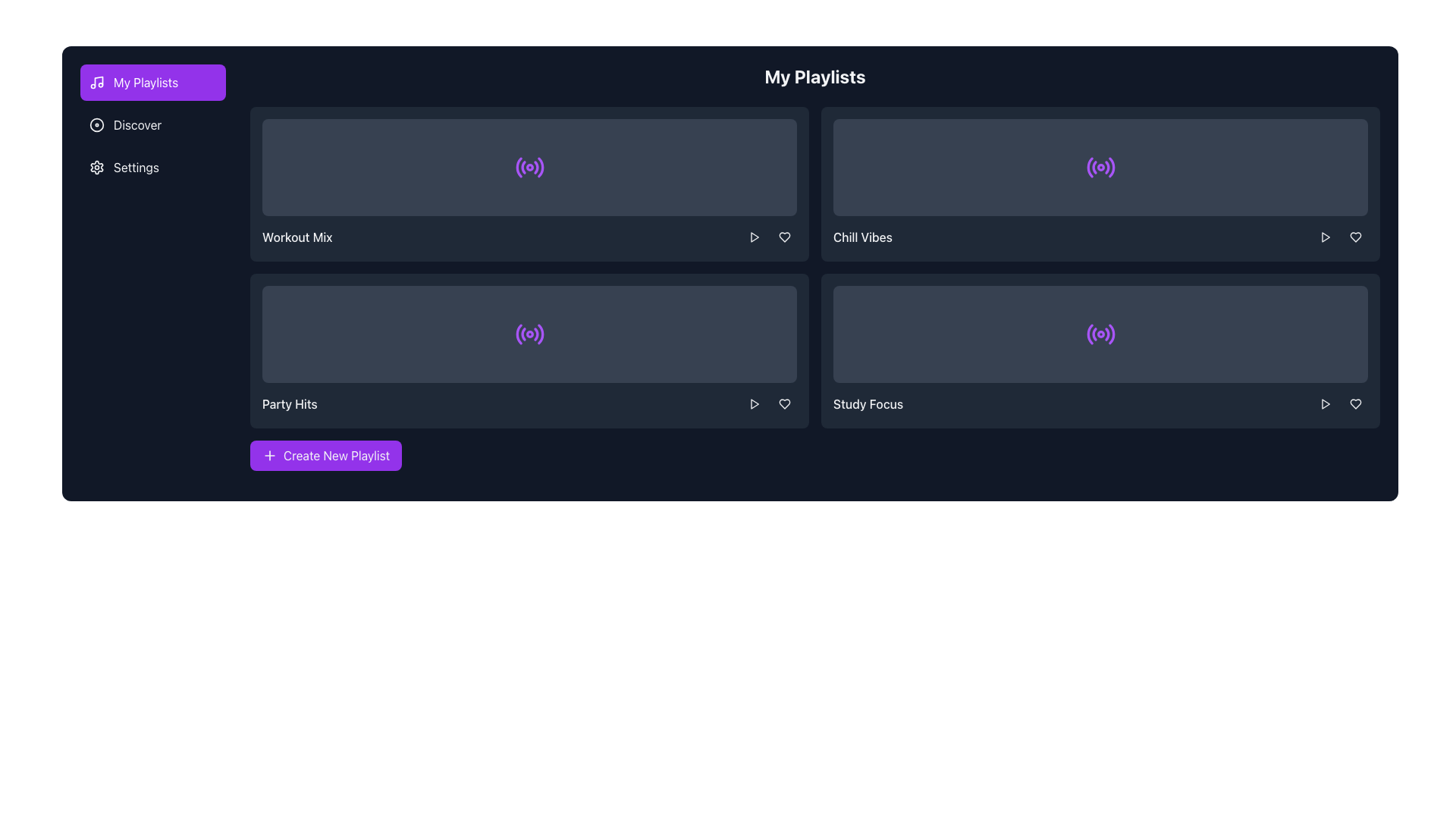 The height and width of the screenshot is (819, 1456). I want to click on the heart icon in the bottom-right corner of the 'Study Focus' playlist card, so click(1356, 403).